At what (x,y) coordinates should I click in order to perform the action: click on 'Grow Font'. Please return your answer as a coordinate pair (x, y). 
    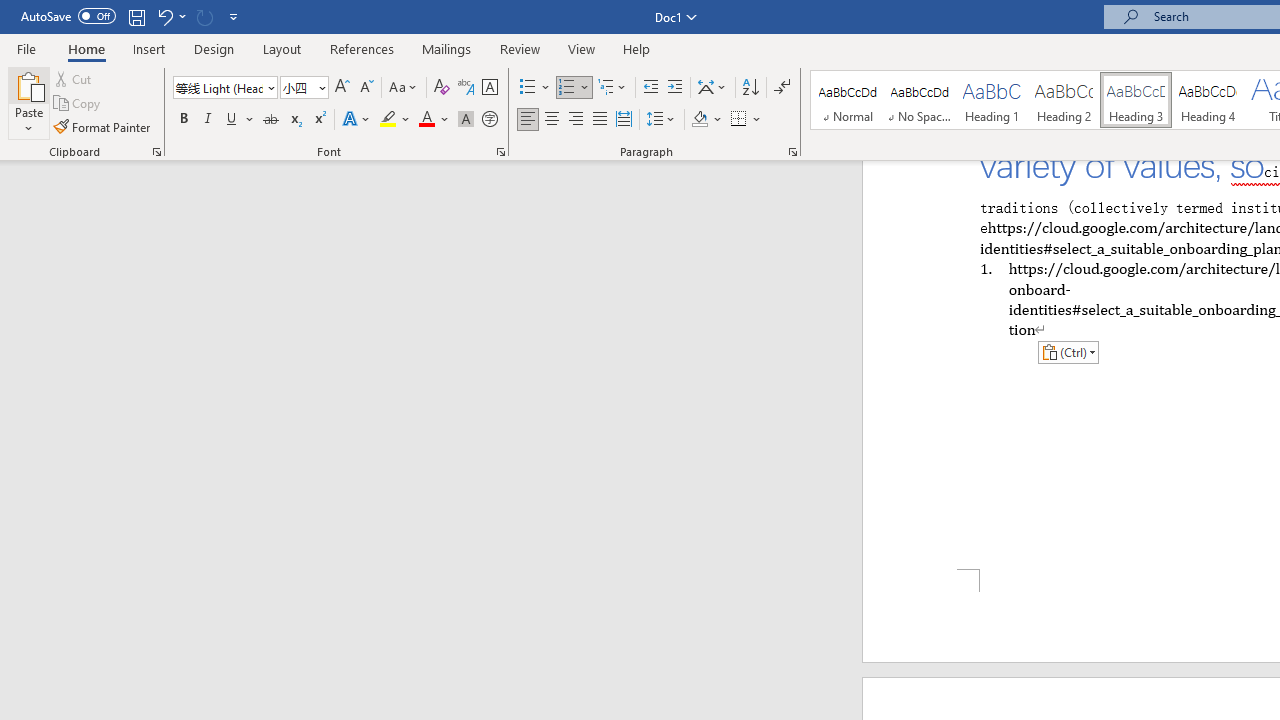
    Looking at the image, I should click on (342, 86).